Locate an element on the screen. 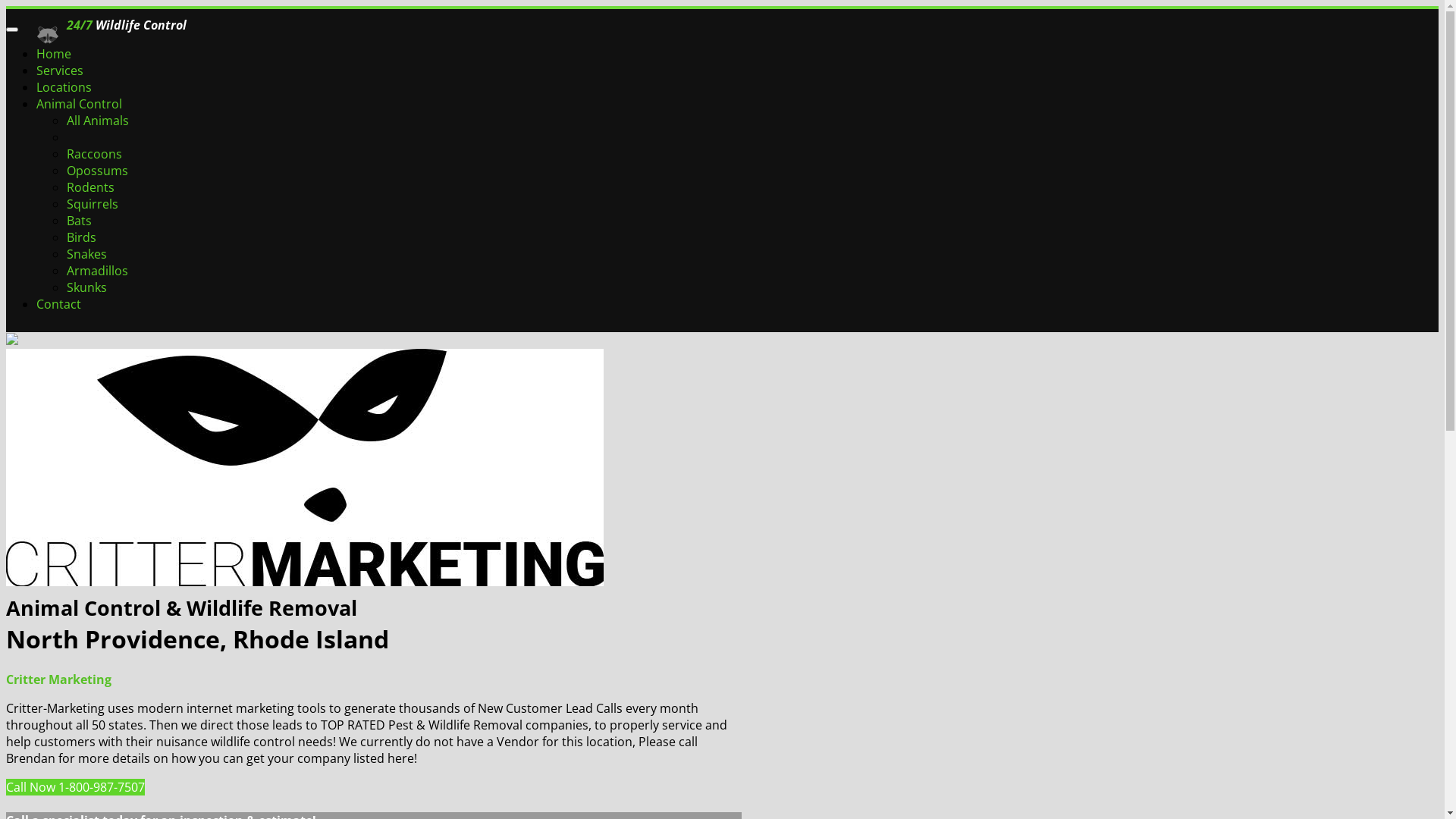 The image size is (1456, 819). 'Armadillos' is located at coordinates (96, 270).